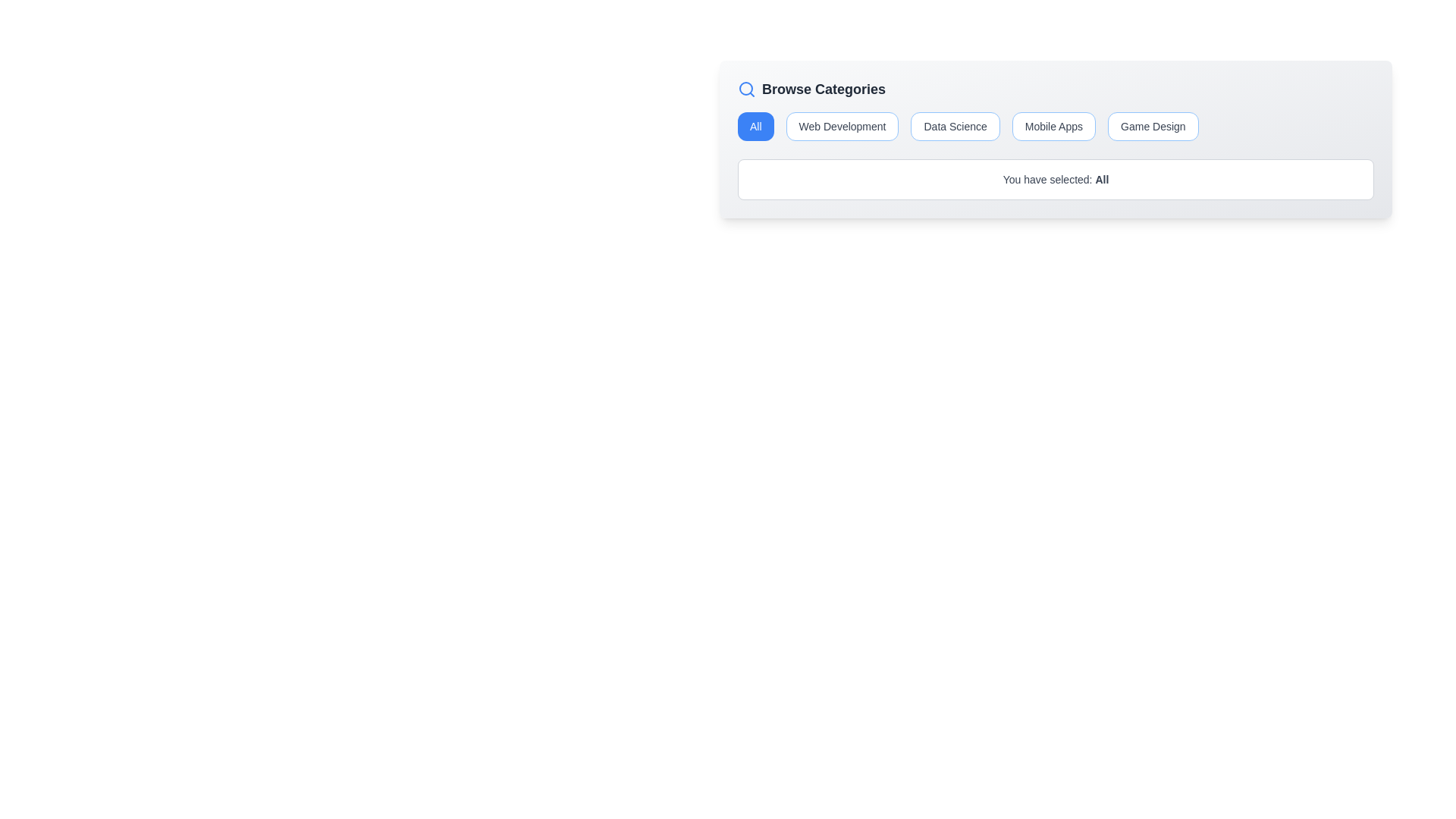 Image resolution: width=1456 pixels, height=819 pixels. I want to click on the 'Data Science' button, which is a rectangular button with rounded corners, white background, blue border, and gray text, to filter by 'Data Science', so click(954, 125).